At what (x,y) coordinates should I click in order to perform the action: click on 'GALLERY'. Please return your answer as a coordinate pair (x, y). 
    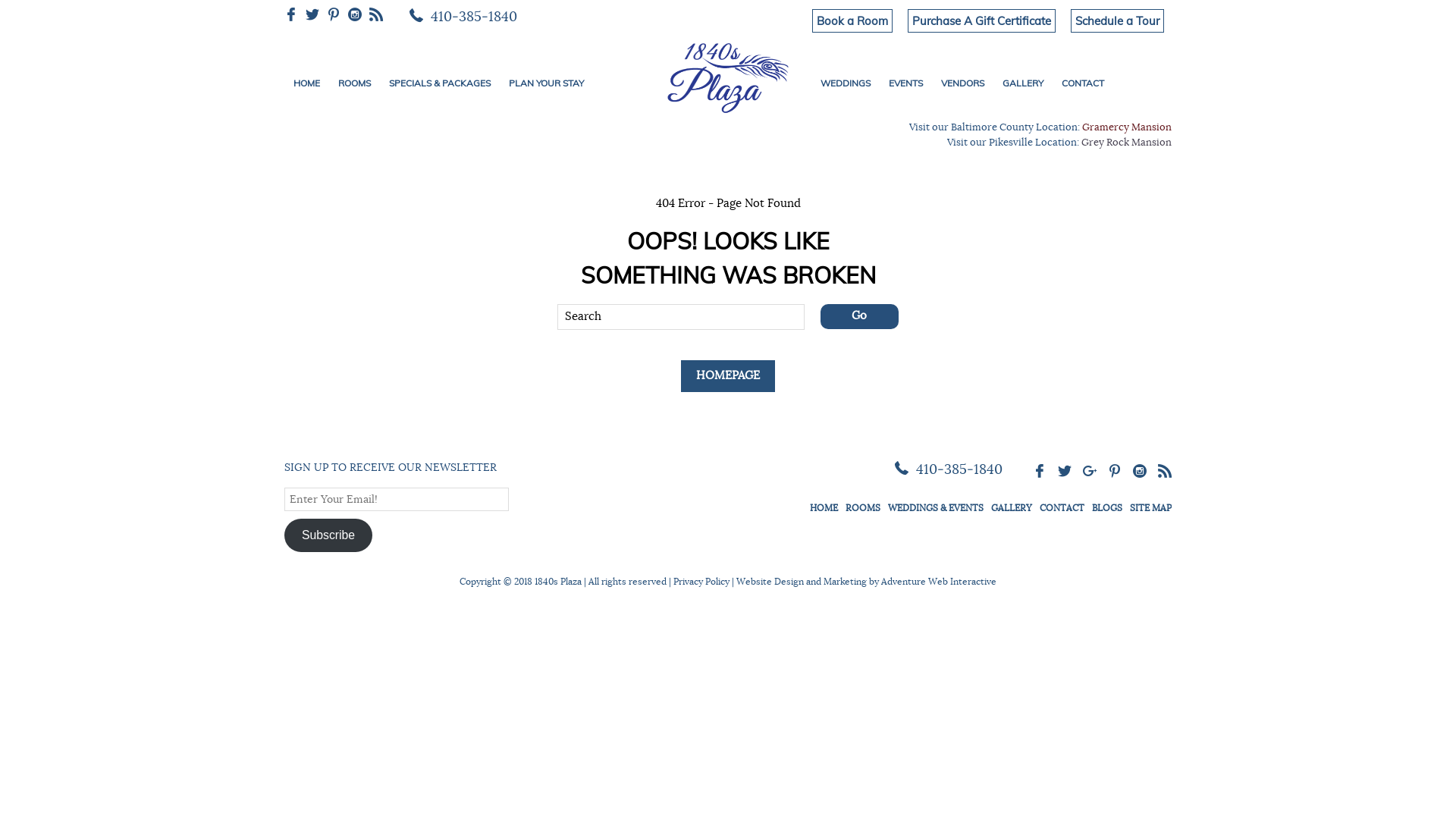
    Looking at the image, I should click on (1022, 83).